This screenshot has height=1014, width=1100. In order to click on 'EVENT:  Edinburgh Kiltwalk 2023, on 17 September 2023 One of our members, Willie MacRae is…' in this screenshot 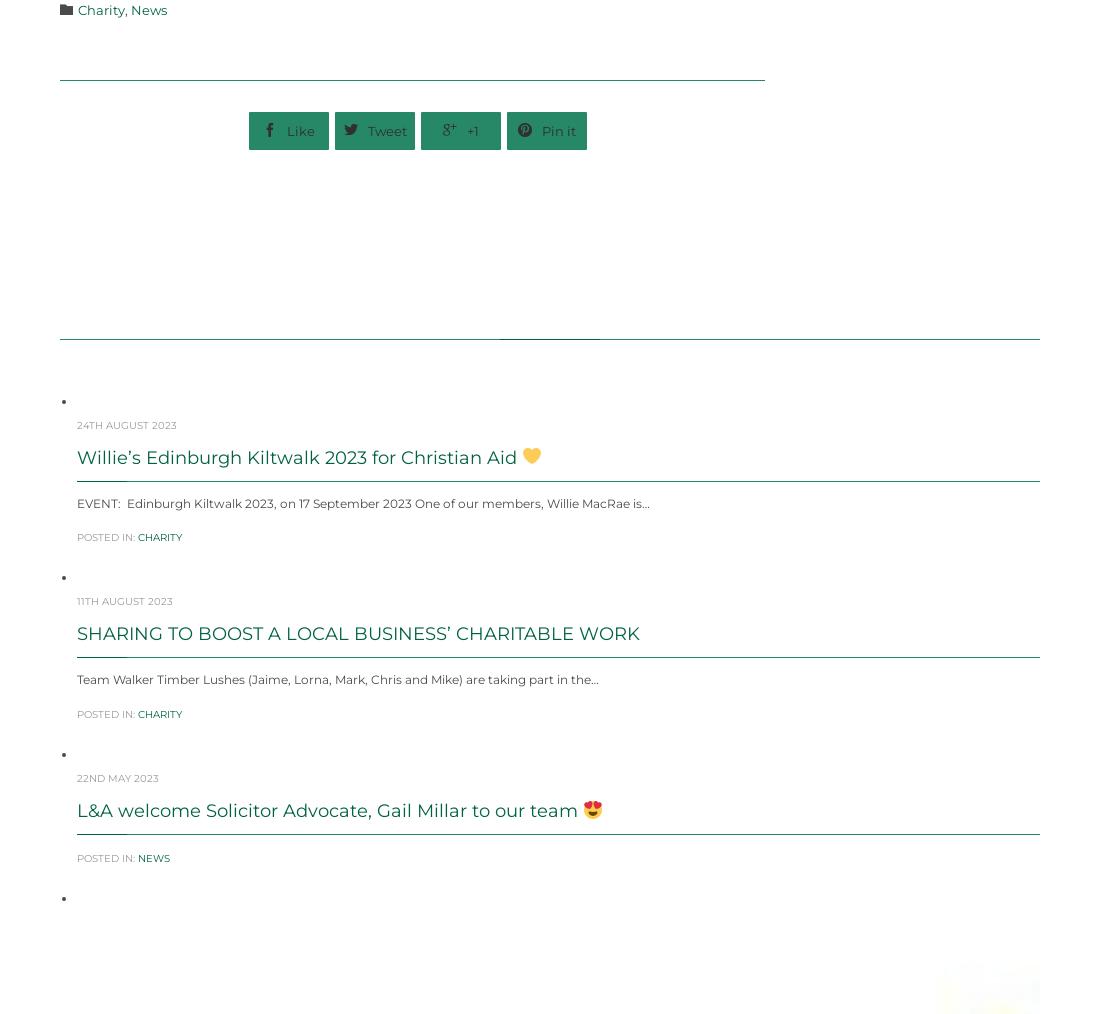, I will do `click(362, 550)`.